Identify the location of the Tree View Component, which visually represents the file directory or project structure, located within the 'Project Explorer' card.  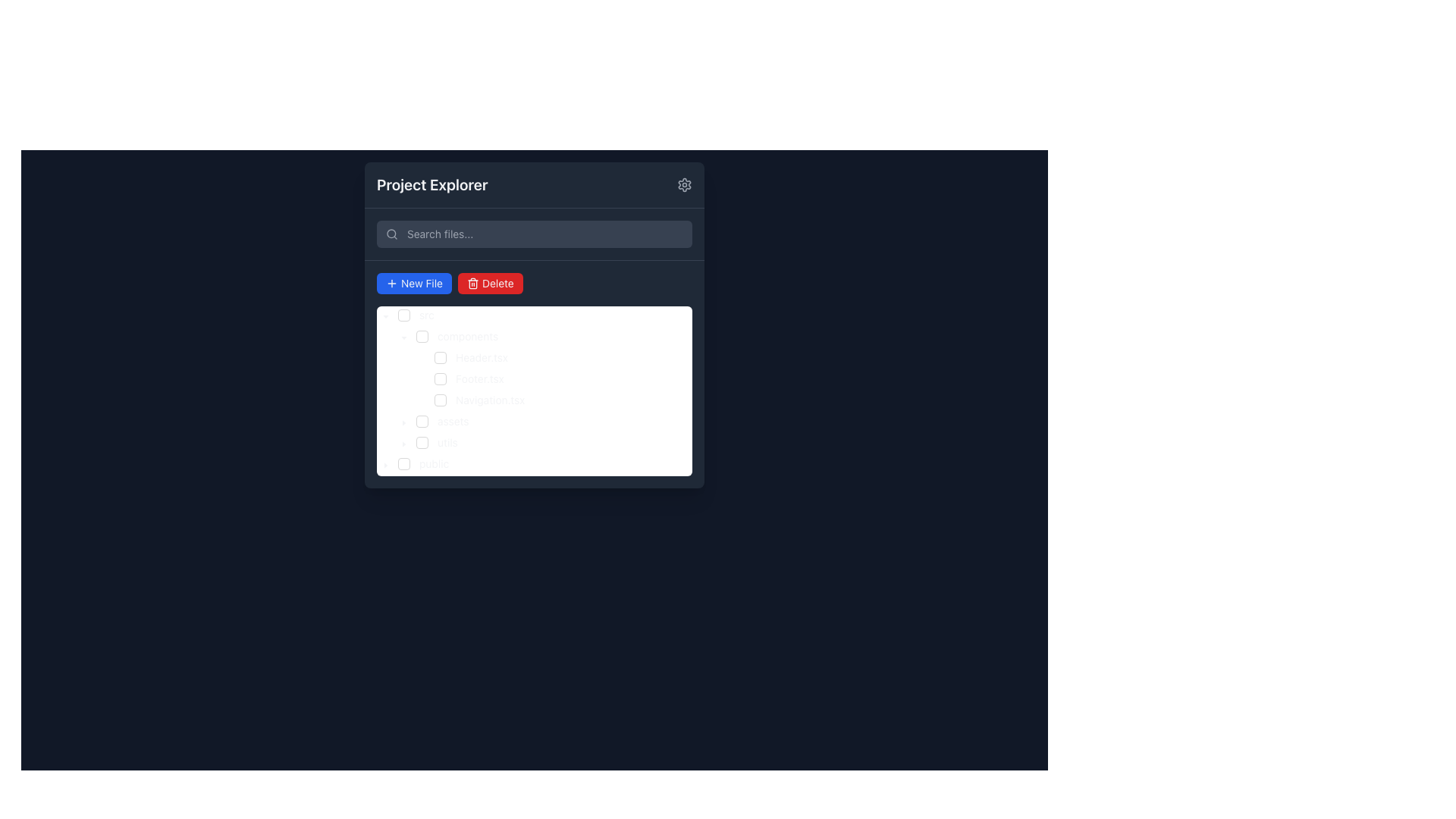
(535, 374).